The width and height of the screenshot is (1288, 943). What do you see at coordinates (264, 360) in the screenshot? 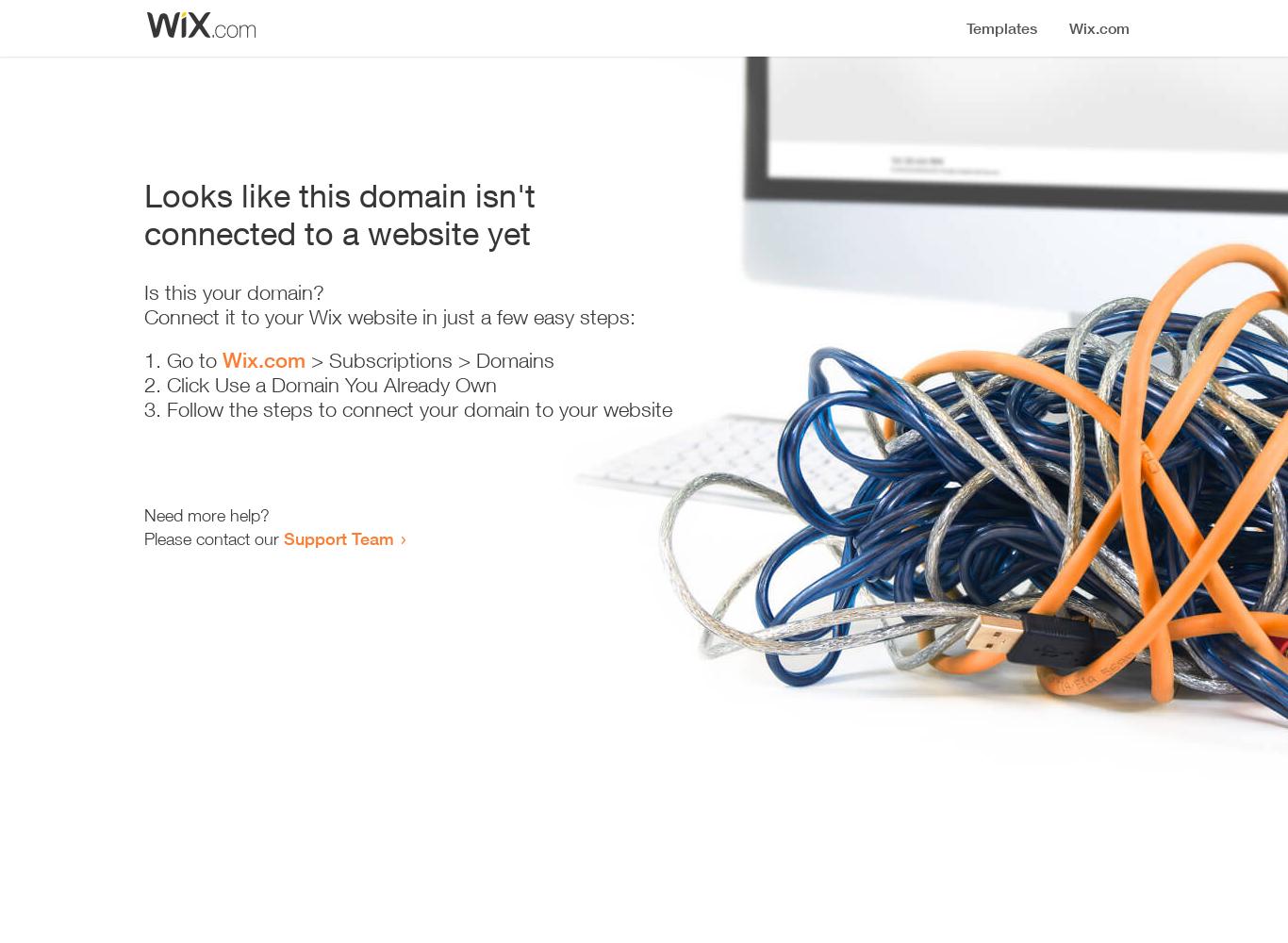
I see `'Wix.com'` at bounding box center [264, 360].